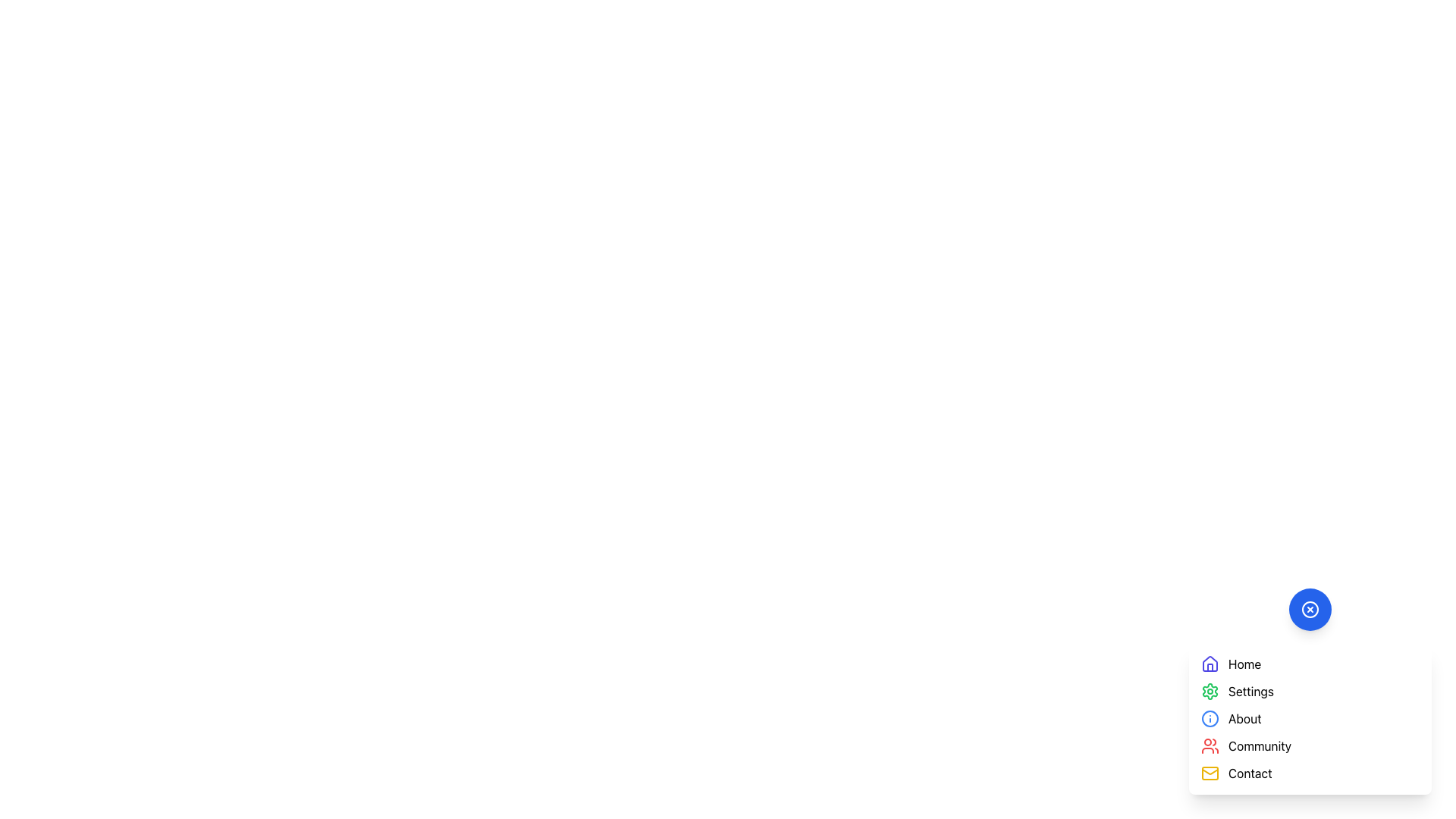 Image resolution: width=1456 pixels, height=819 pixels. Describe the element at coordinates (1310, 691) in the screenshot. I see `the 'Settings' menu item, which is the second item in the vertical navigation menu, positioned below 'Home' and above 'About'` at that location.